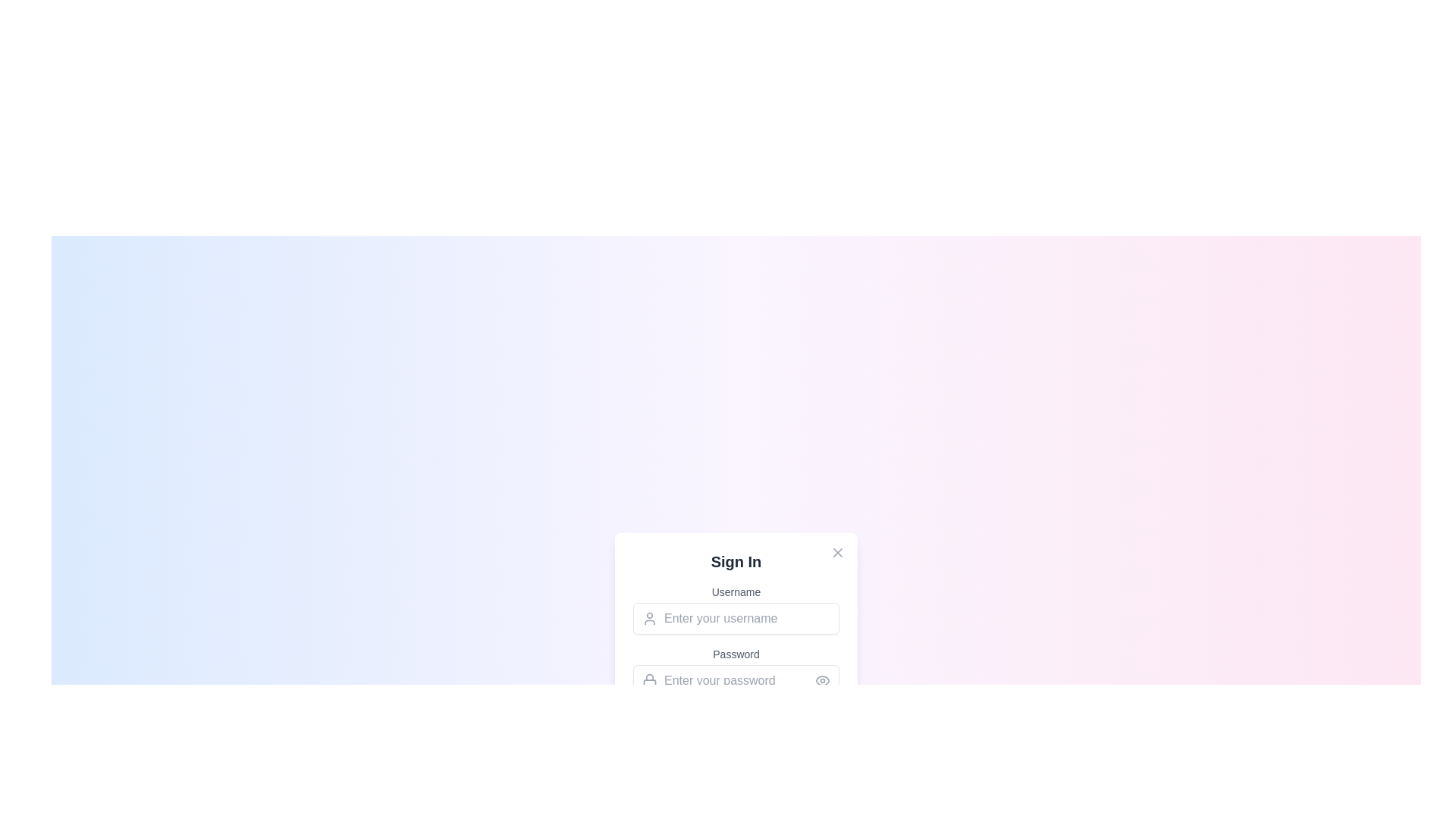 This screenshot has height=819, width=1456. I want to click on the Password Input Field in the sign-in form, which is labeled 'Password' and includes a lock icon and a toggle button for revealing the password, so click(736, 671).